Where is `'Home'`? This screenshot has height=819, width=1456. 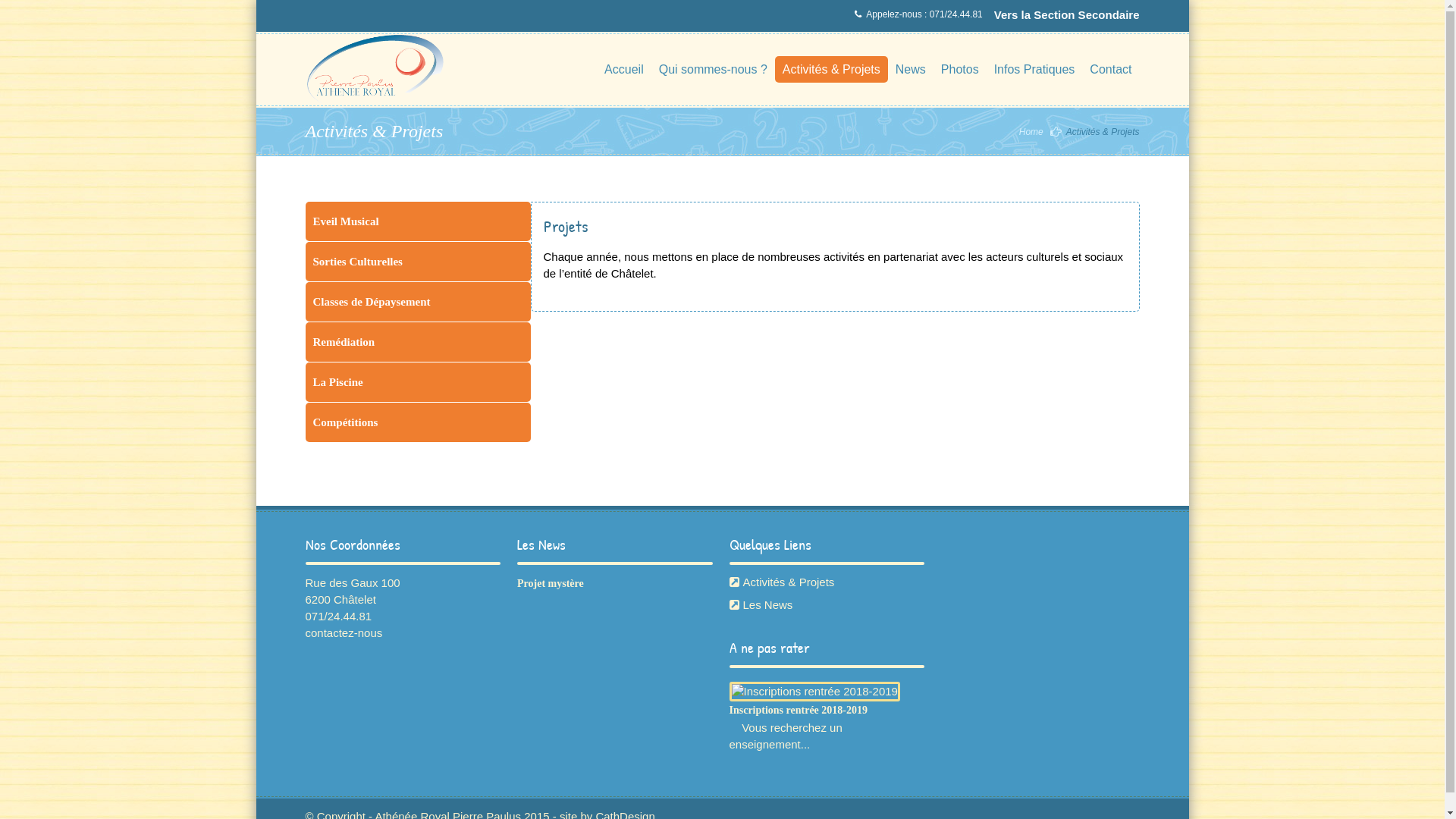 'Home' is located at coordinates (1031, 130).